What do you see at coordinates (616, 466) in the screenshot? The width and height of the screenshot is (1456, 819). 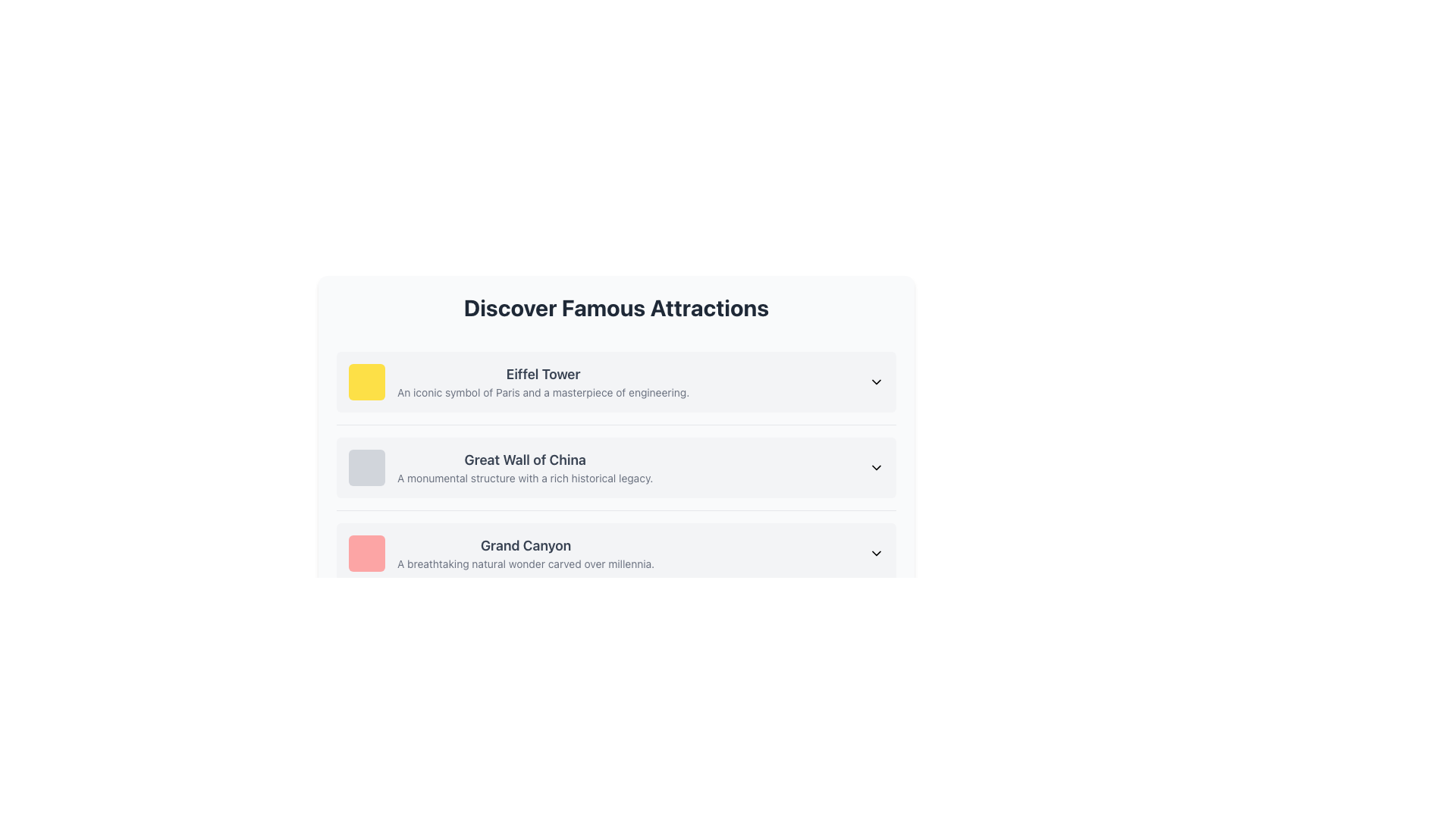 I see `the collapsible/expandable list item representing the 'Great Wall of China'` at bounding box center [616, 466].